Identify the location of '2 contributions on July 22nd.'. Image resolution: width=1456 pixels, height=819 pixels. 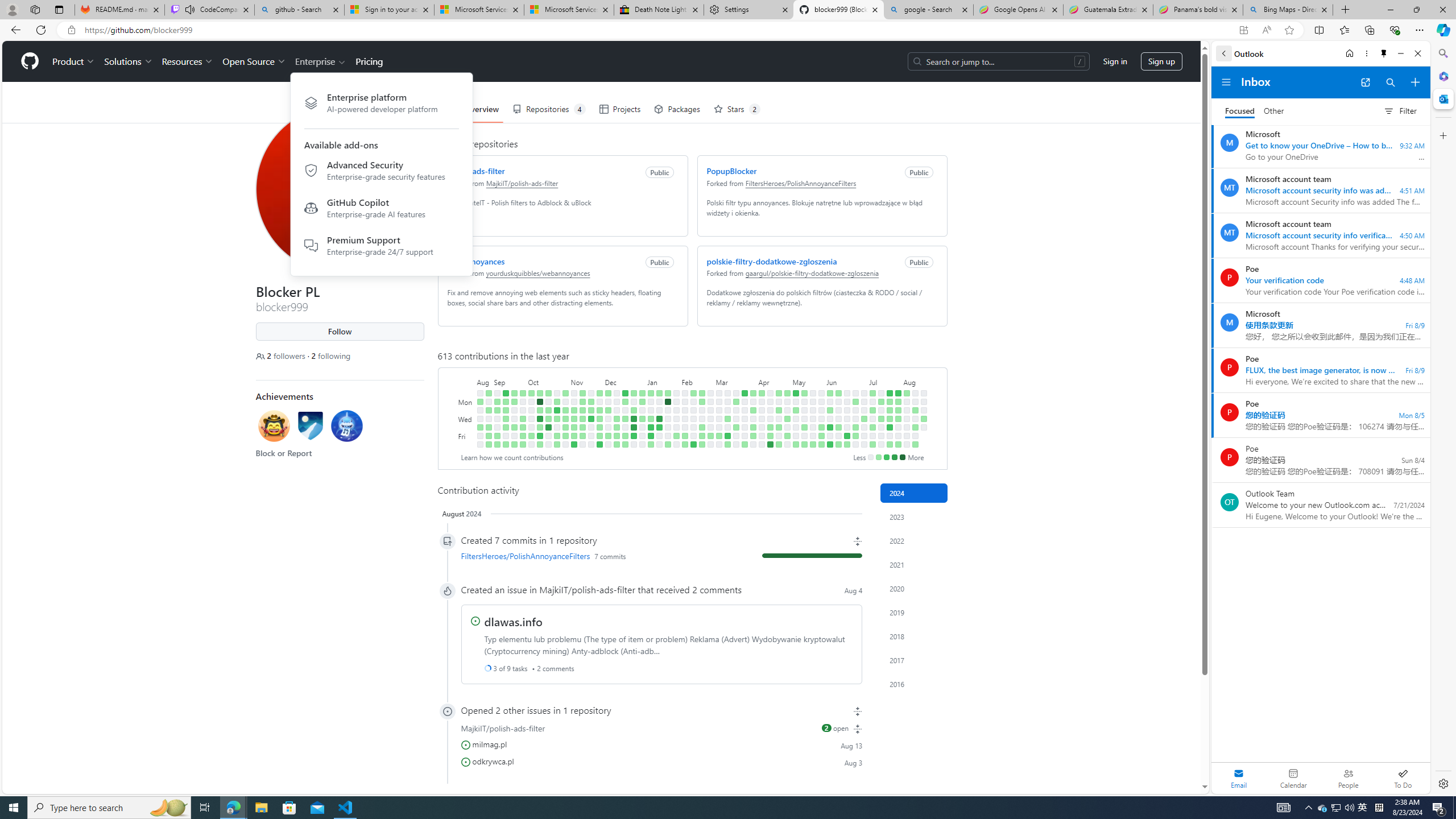
(890, 401).